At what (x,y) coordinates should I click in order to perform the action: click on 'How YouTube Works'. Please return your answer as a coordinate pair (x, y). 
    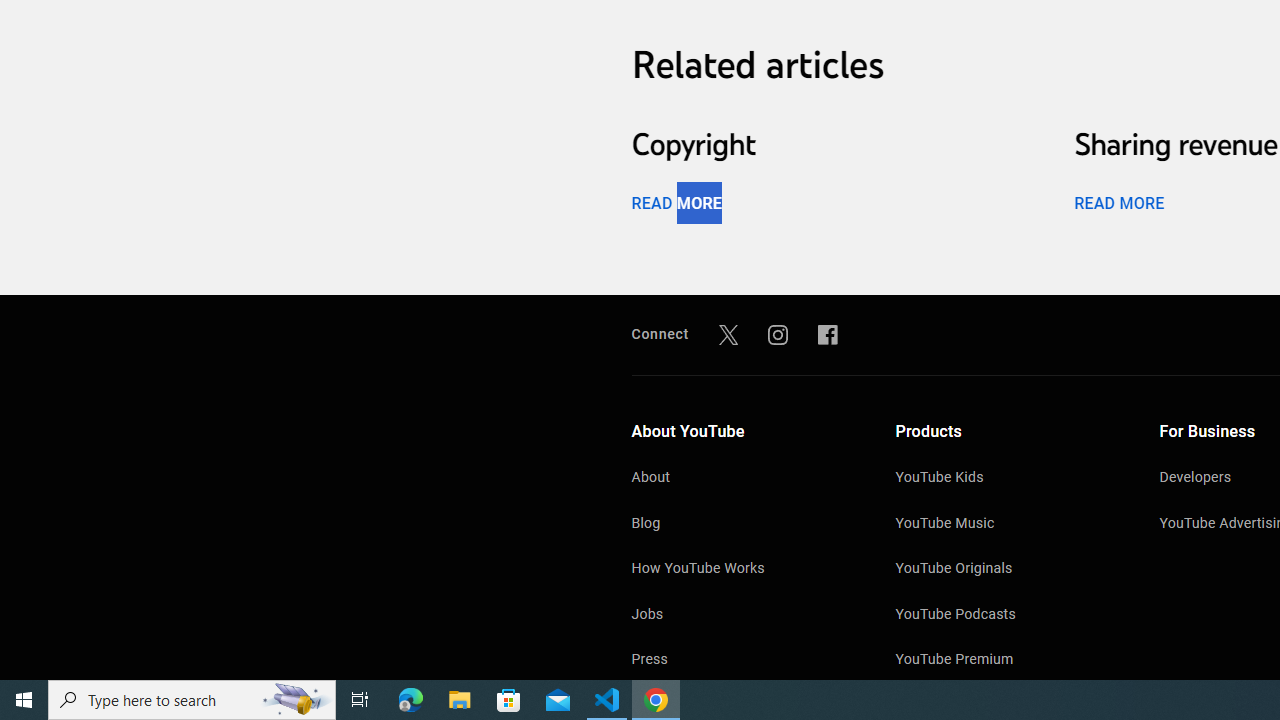
    Looking at the image, I should click on (742, 570).